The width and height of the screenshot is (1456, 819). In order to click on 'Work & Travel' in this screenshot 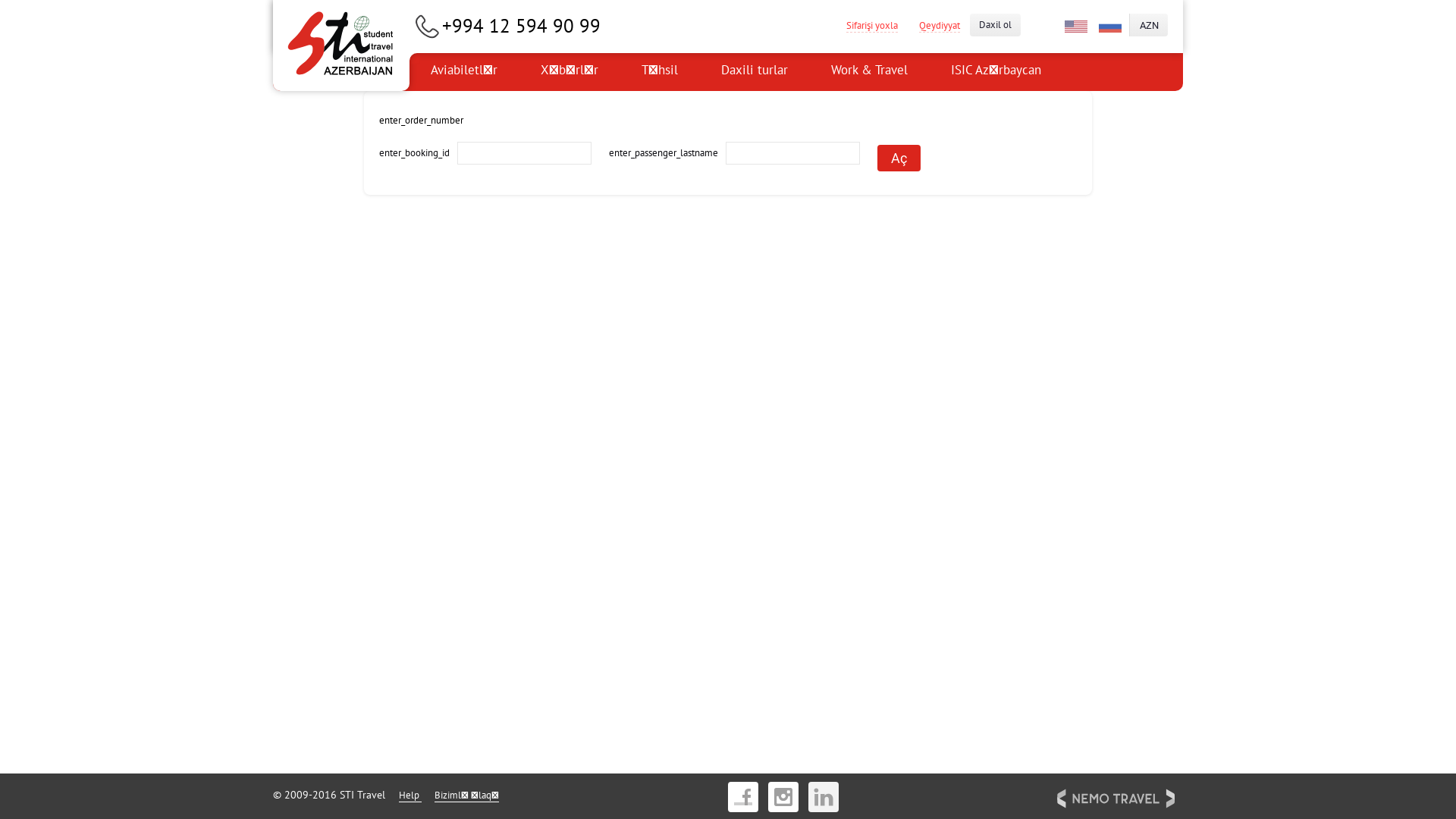, I will do `click(869, 72)`.